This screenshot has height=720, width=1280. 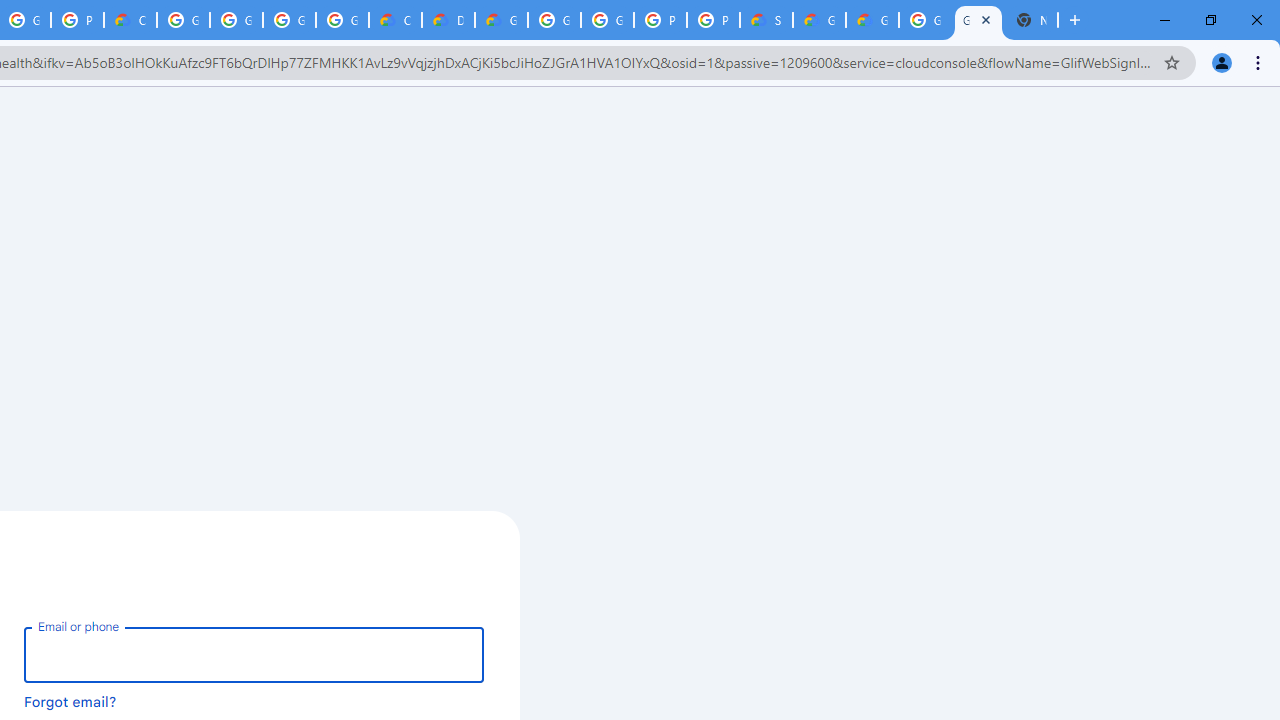 I want to click on 'Google Cloud Platform', so click(x=554, y=20).